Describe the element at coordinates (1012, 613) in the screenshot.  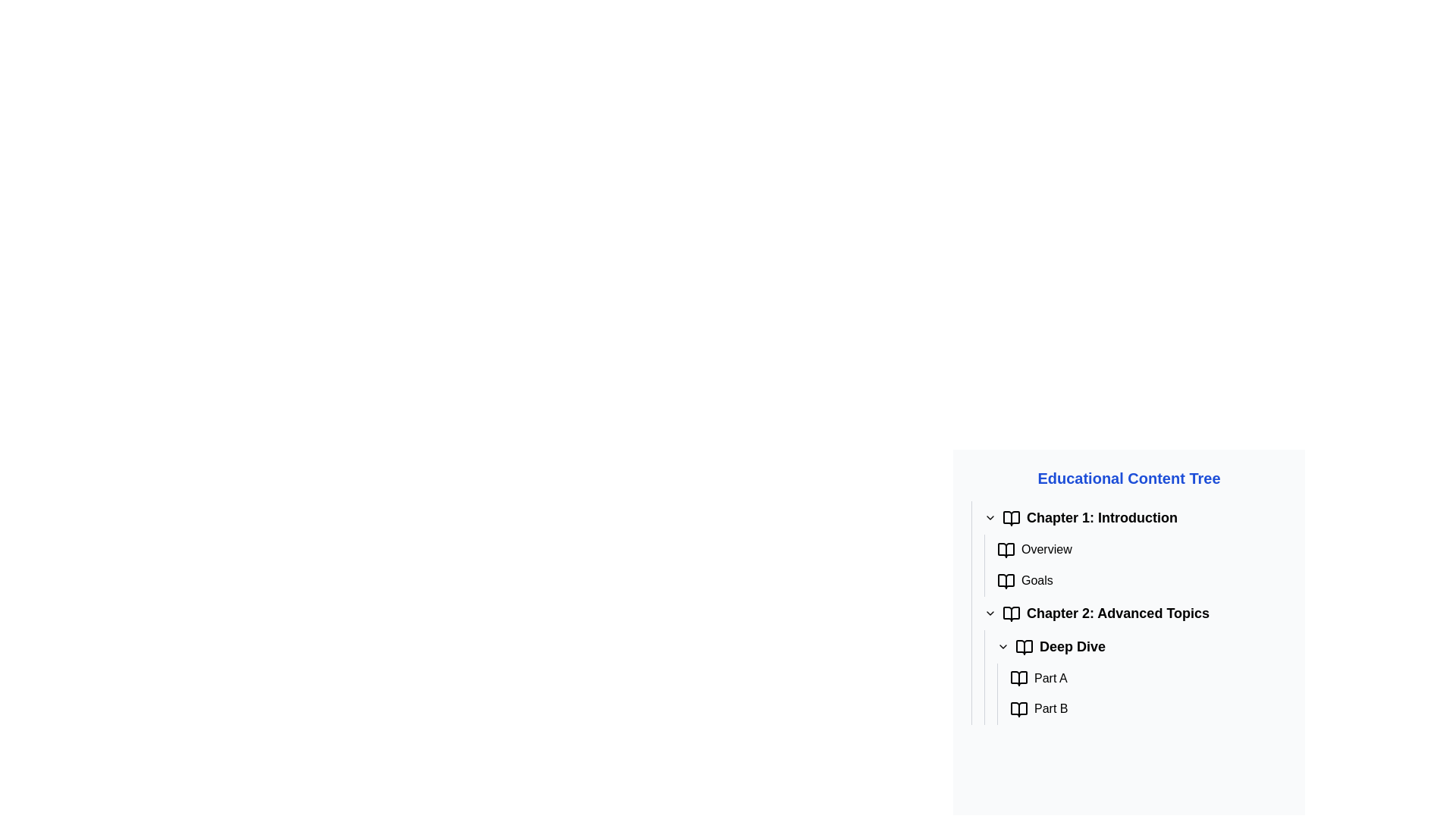
I see `the open book icon located in the title area of 'Chapter 2: Advanced Topics', which is aligned to the left of the chapter title text` at that location.